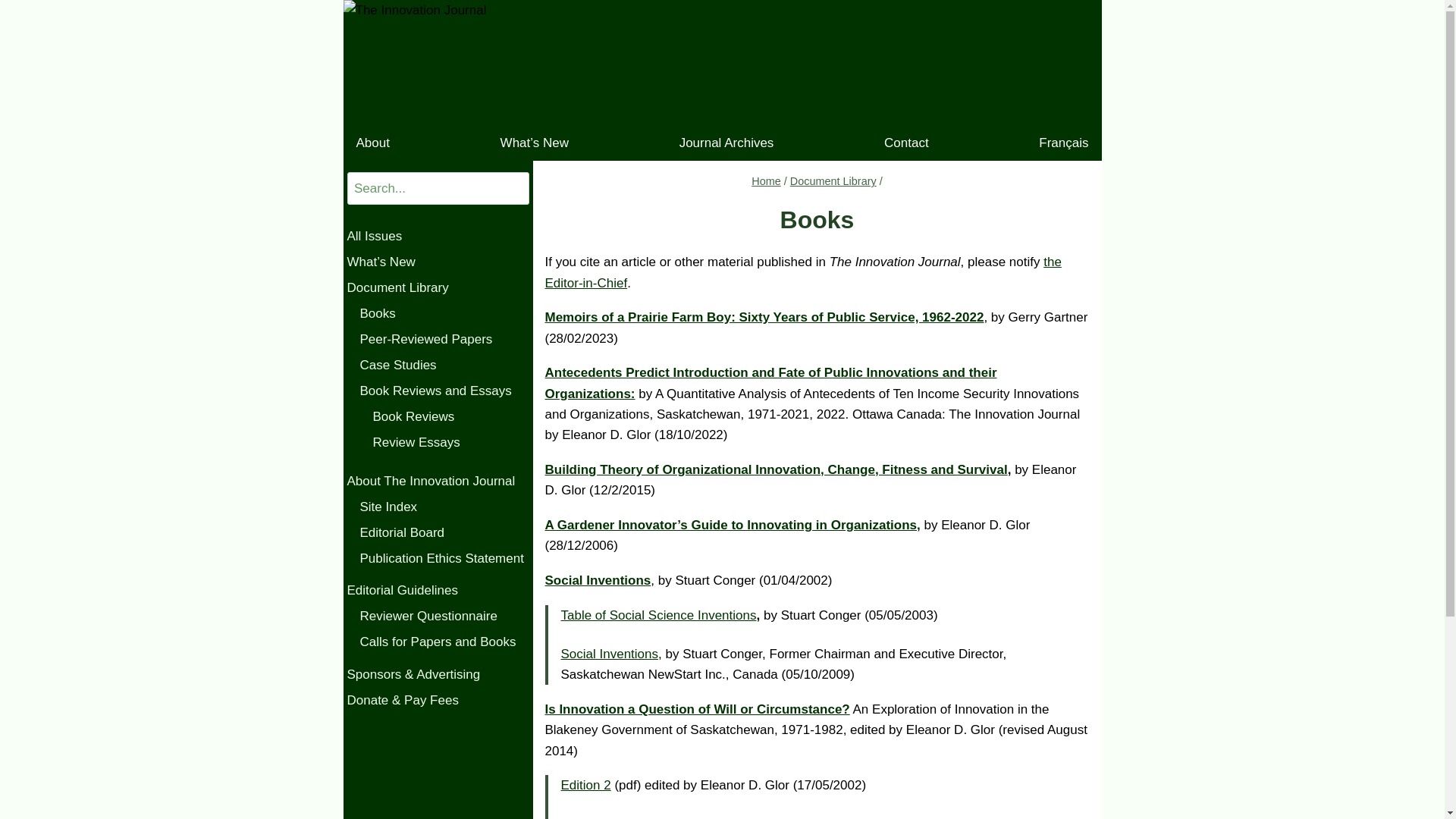 Image resolution: width=1456 pixels, height=819 pixels. Describe the element at coordinates (443, 338) in the screenshot. I see `'Peer-Reviewed Papers'` at that location.